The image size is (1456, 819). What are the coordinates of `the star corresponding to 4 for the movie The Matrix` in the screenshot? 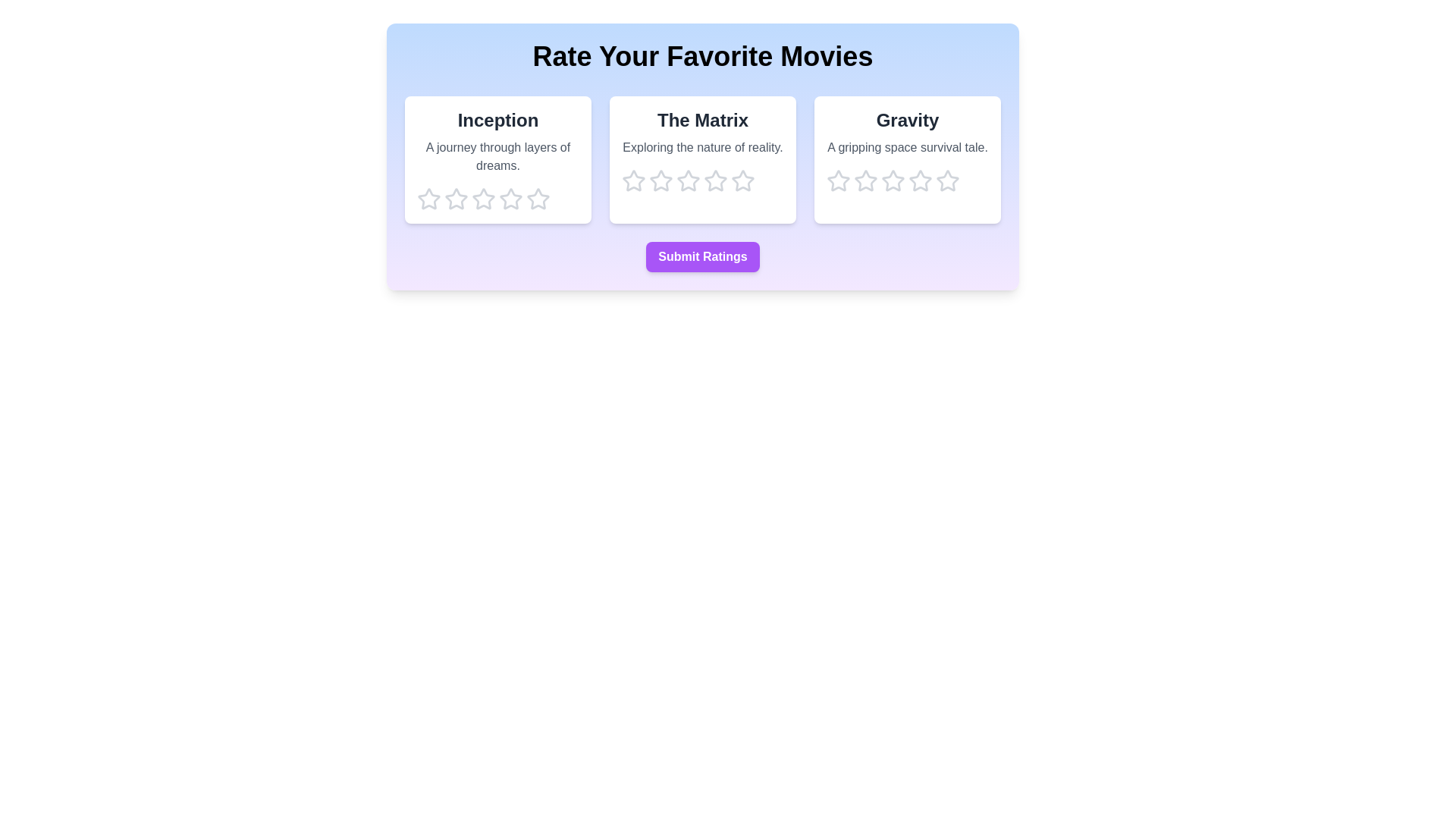 It's located at (715, 180).